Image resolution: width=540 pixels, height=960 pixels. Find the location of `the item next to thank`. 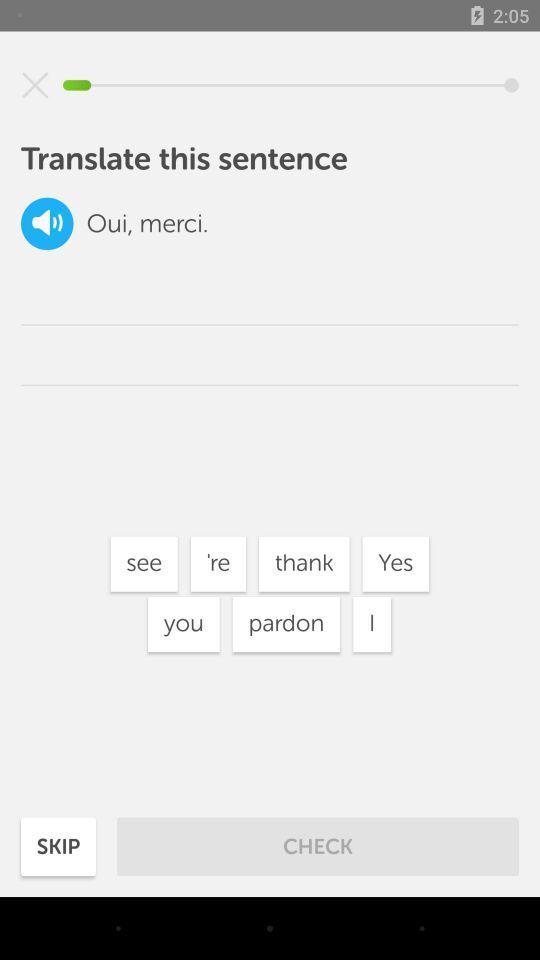

the item next to thank is located at coordinates (217, 564).